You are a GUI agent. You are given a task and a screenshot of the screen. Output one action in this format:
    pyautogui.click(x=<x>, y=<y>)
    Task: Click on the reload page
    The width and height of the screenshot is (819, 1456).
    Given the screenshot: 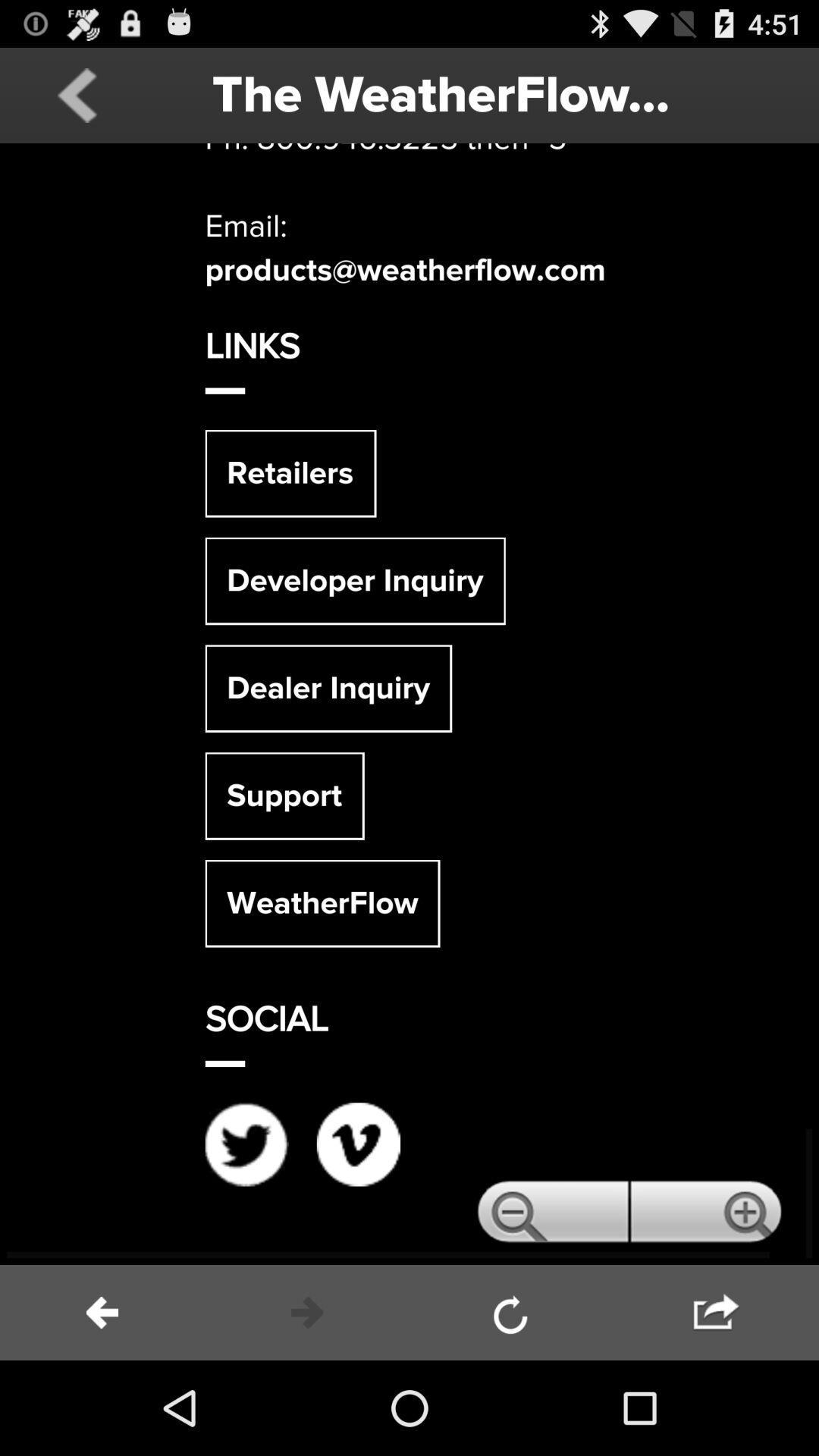 What is the action you would take?
    pyautogui.click(x=512, y=1312)
    